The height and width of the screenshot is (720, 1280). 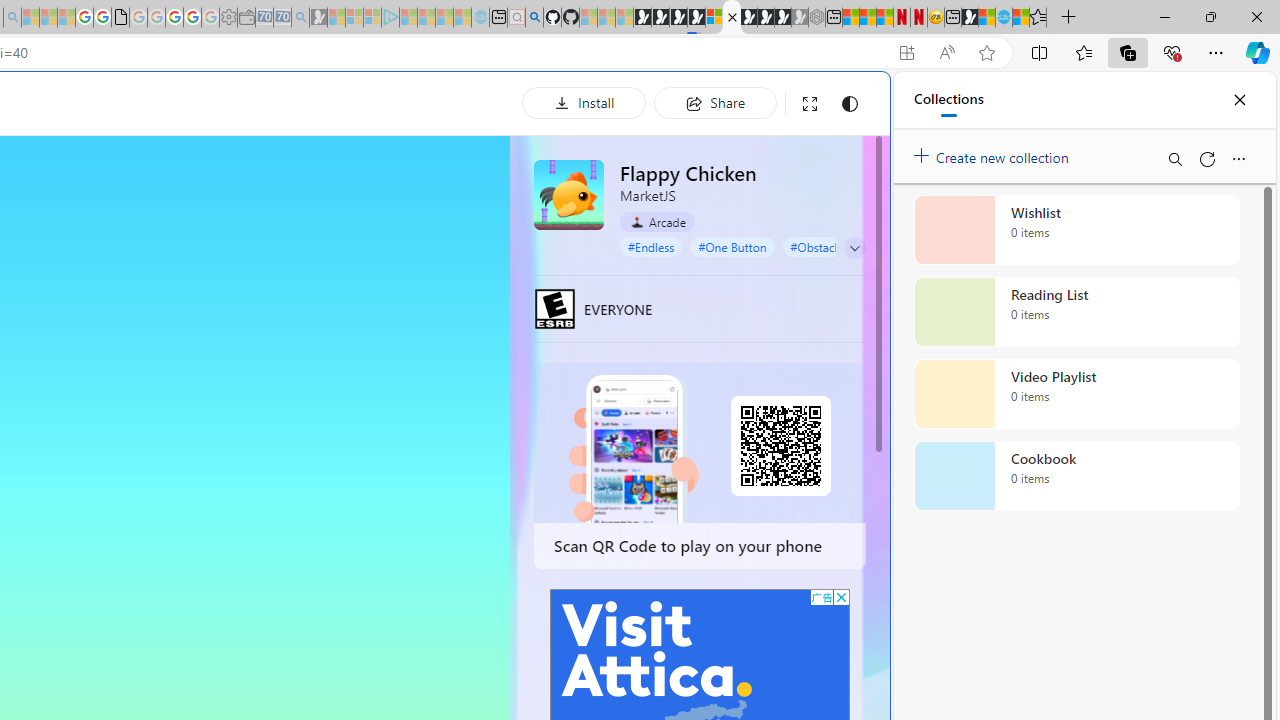 I want to click on 'Microsoft Start Gaming - Sleeping', so click(x=317, y=17).